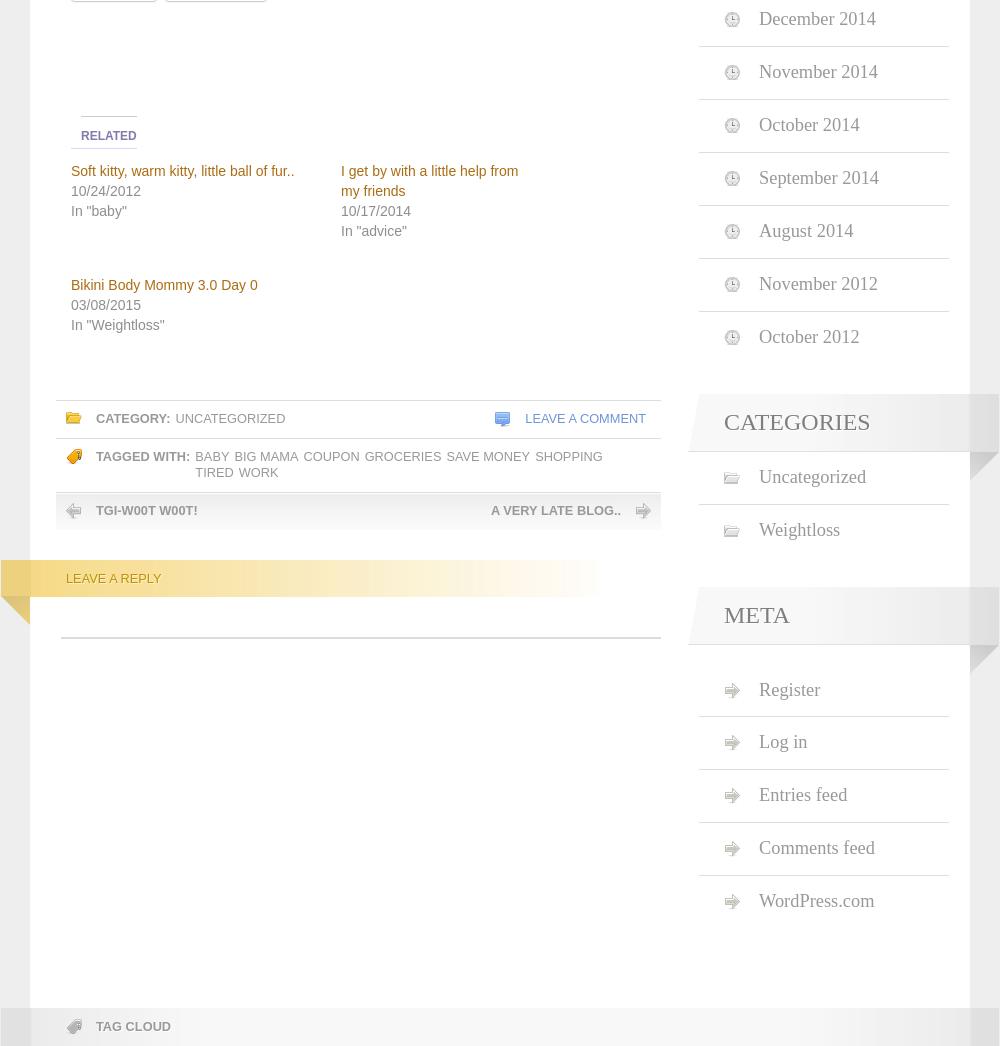 The width and height of the screenshot is (1000, 1046). I want to click on 'save money', so click(487, 454).